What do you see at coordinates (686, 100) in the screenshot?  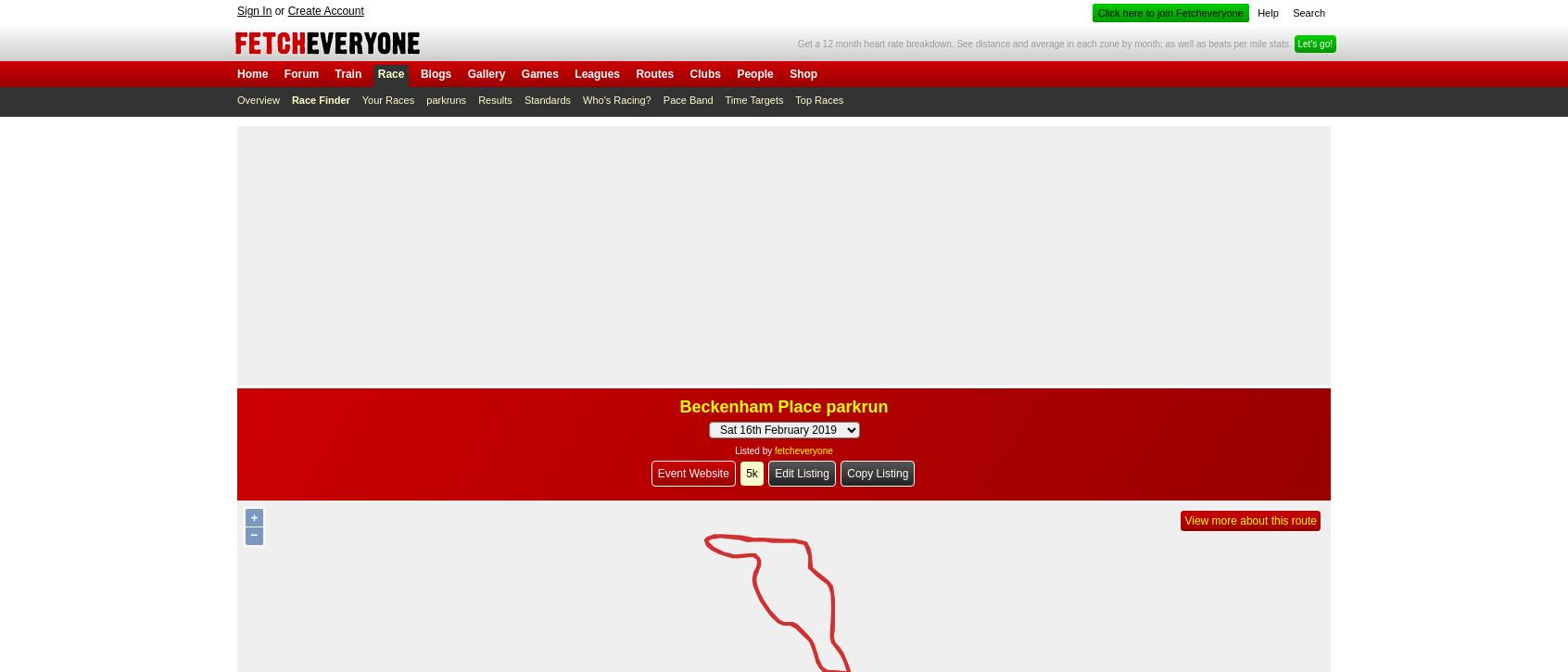 I see `'Pace Band'` at bounding box center [686, 100].